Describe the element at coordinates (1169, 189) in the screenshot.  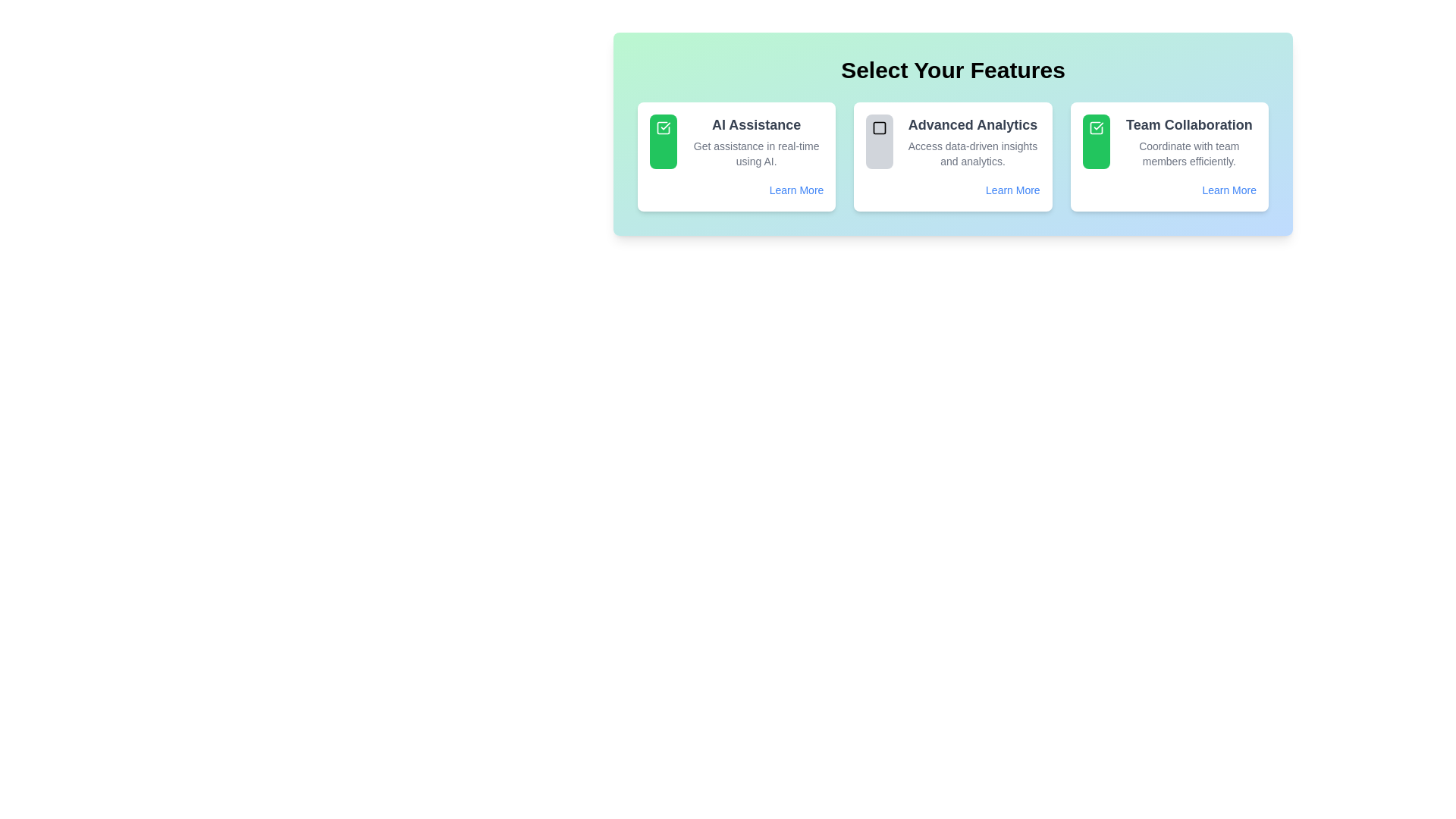
I see `the hyperlink located at the bottom-right corner of the 'Team Collaboration' card` at that location.